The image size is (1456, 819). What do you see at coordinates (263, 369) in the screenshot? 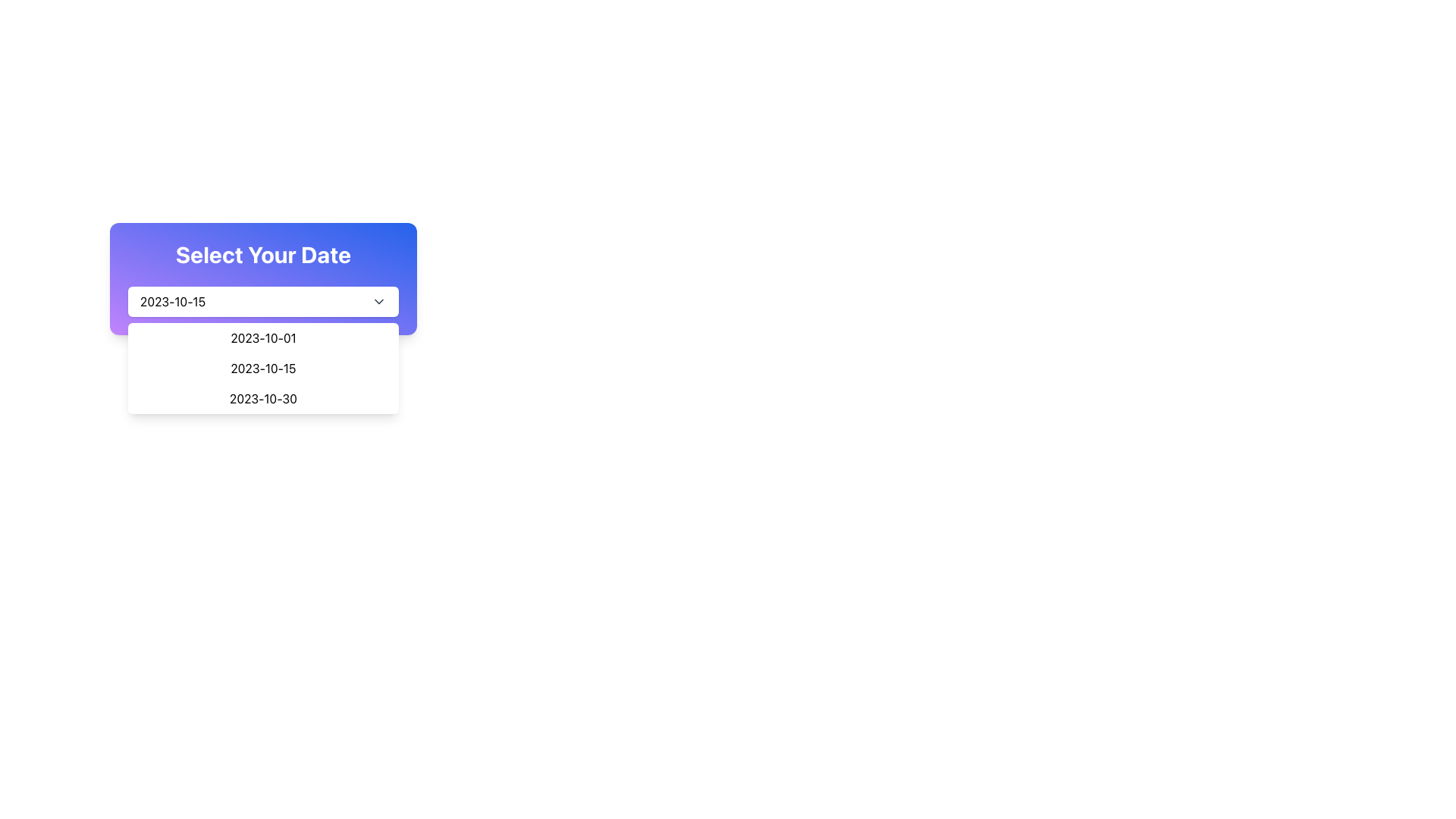
I see `the dropdown menu located below the button displaying the currently selected date ('2023-10-15')` at bounding box center [263, 369].